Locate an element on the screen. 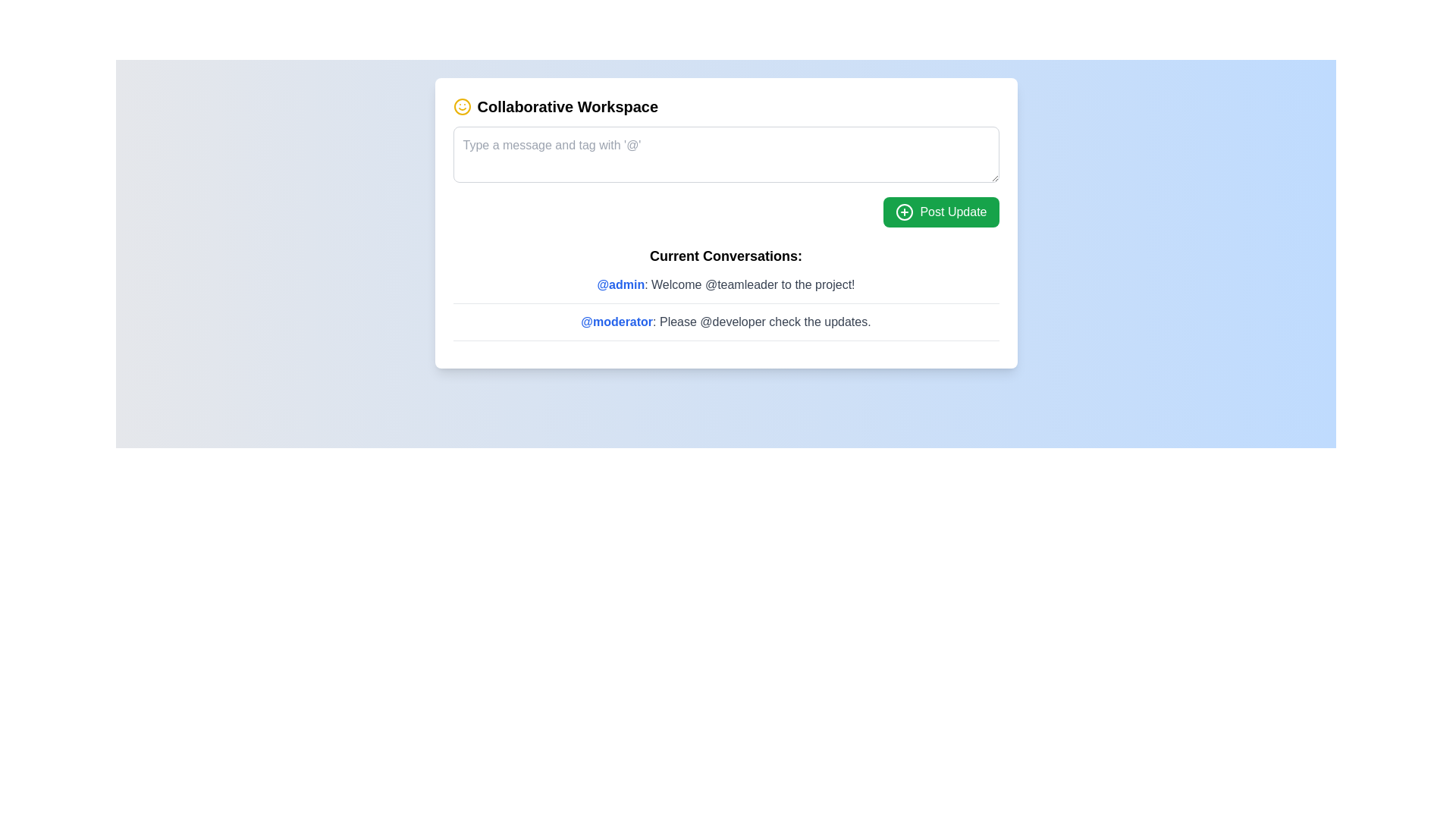 This screenshot has height=819, width=1456. the text label that mentions @moderator in blue and bold, followed by the message 'Please @developer check the updates.' is located at coordinates (725, 321).